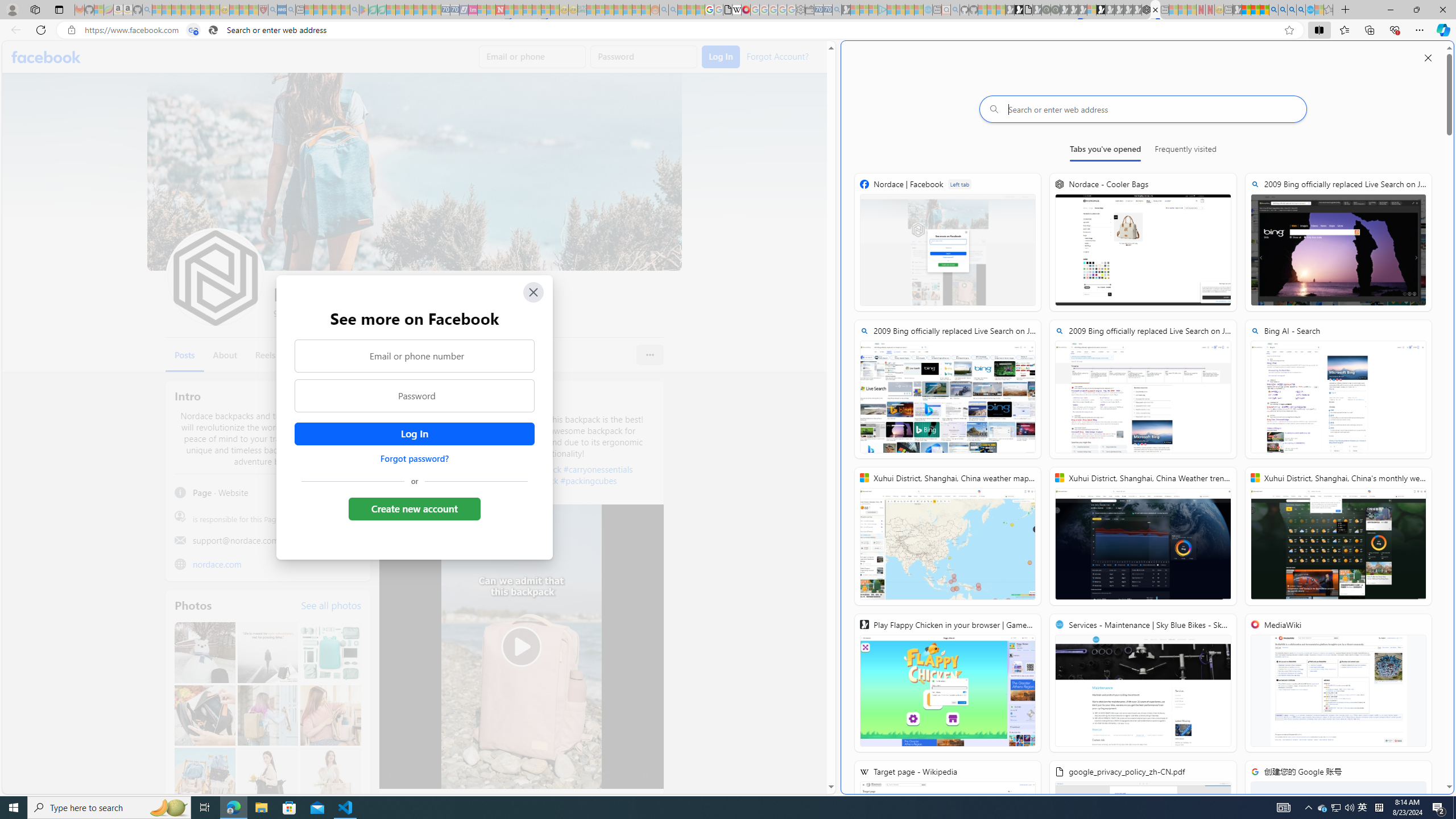 Image resolution: width=1456 pixels, height=819 pixels. Describe the element at coordinates (454, 9) in the screenshot. I see `'Cheap Hotels - Save70.com - Sleeping'` at that location.